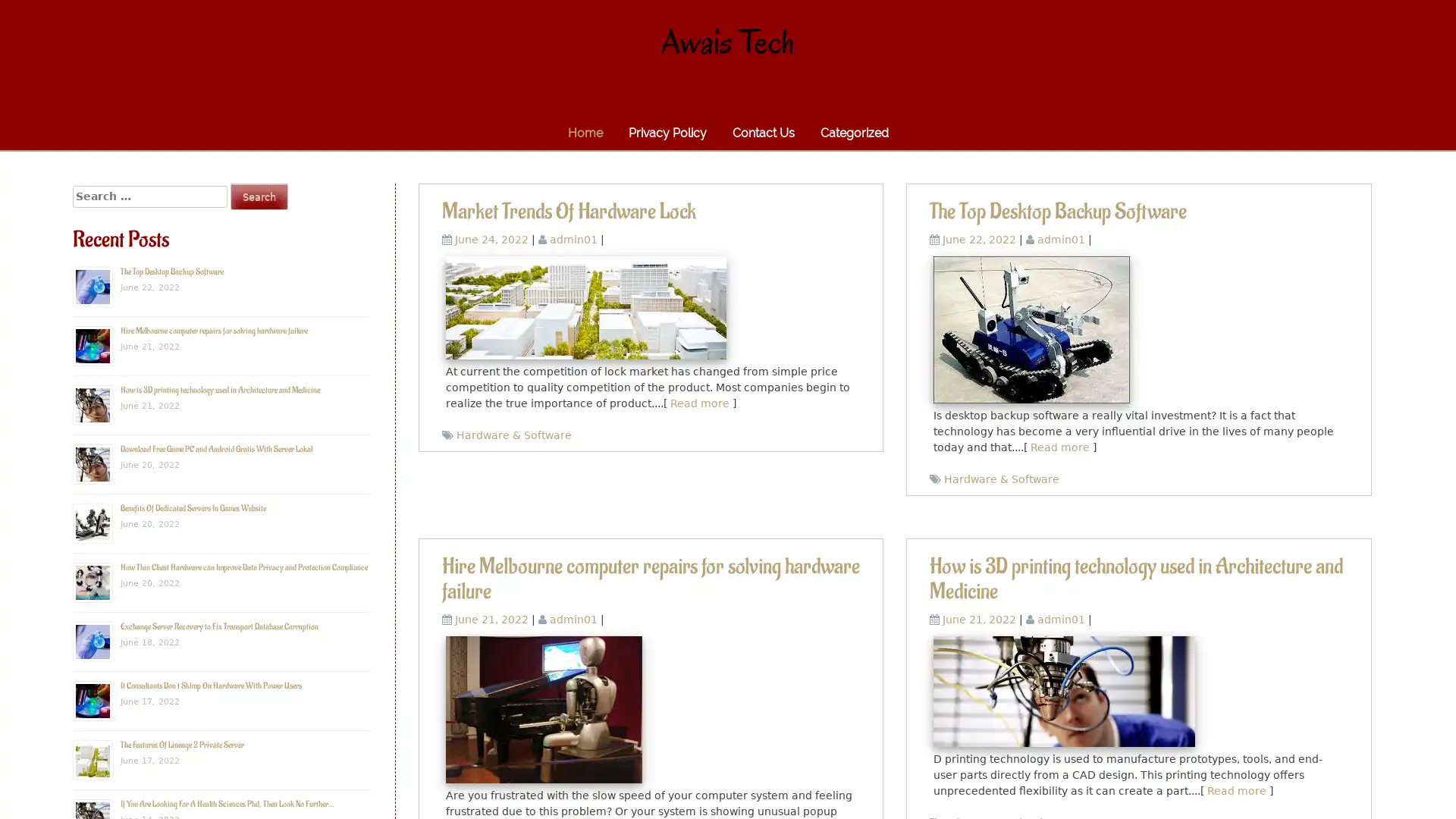  I want to click on Search, so click(259, 196).